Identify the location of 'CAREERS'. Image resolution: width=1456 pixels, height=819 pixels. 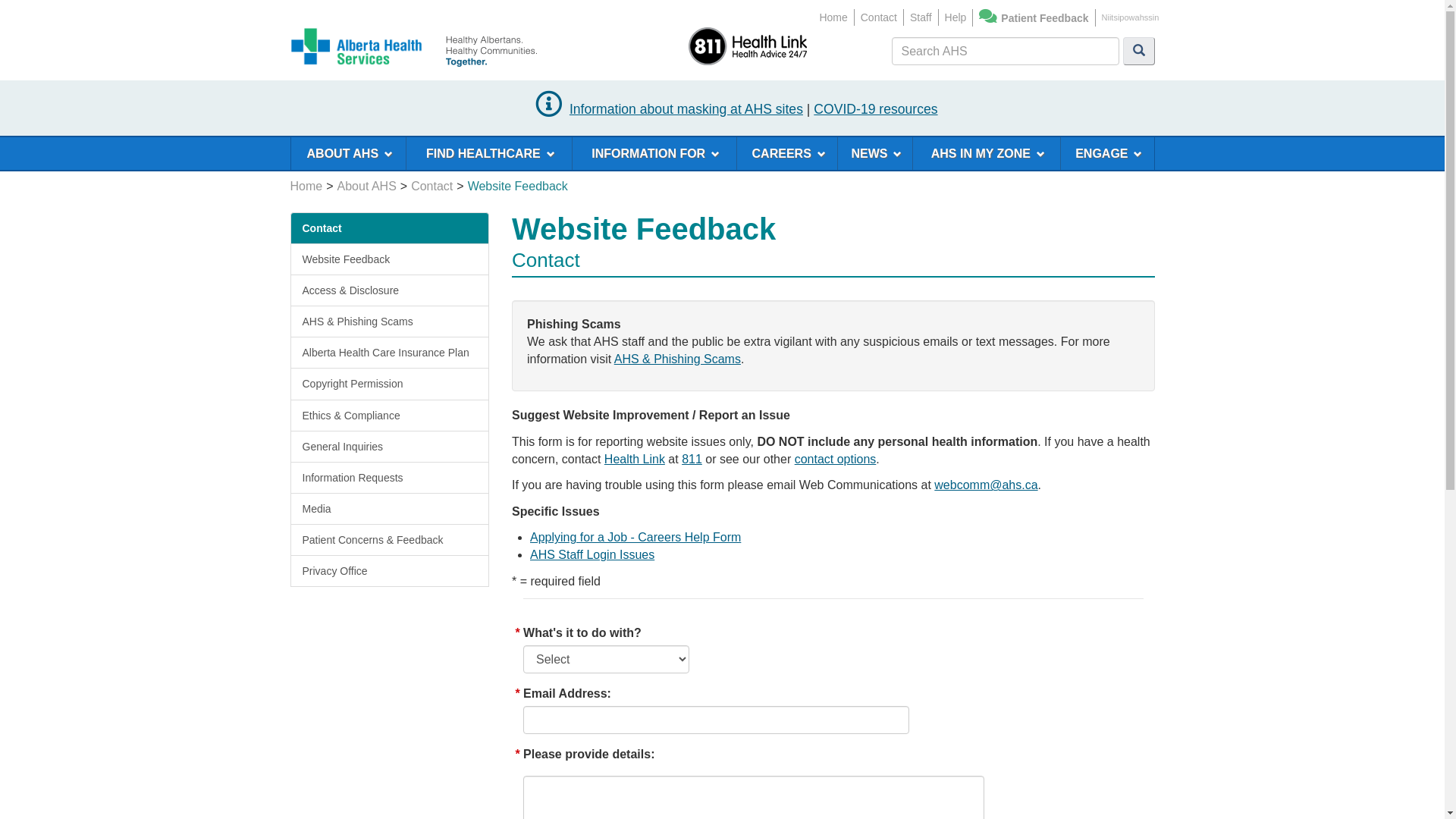
(786, 153).